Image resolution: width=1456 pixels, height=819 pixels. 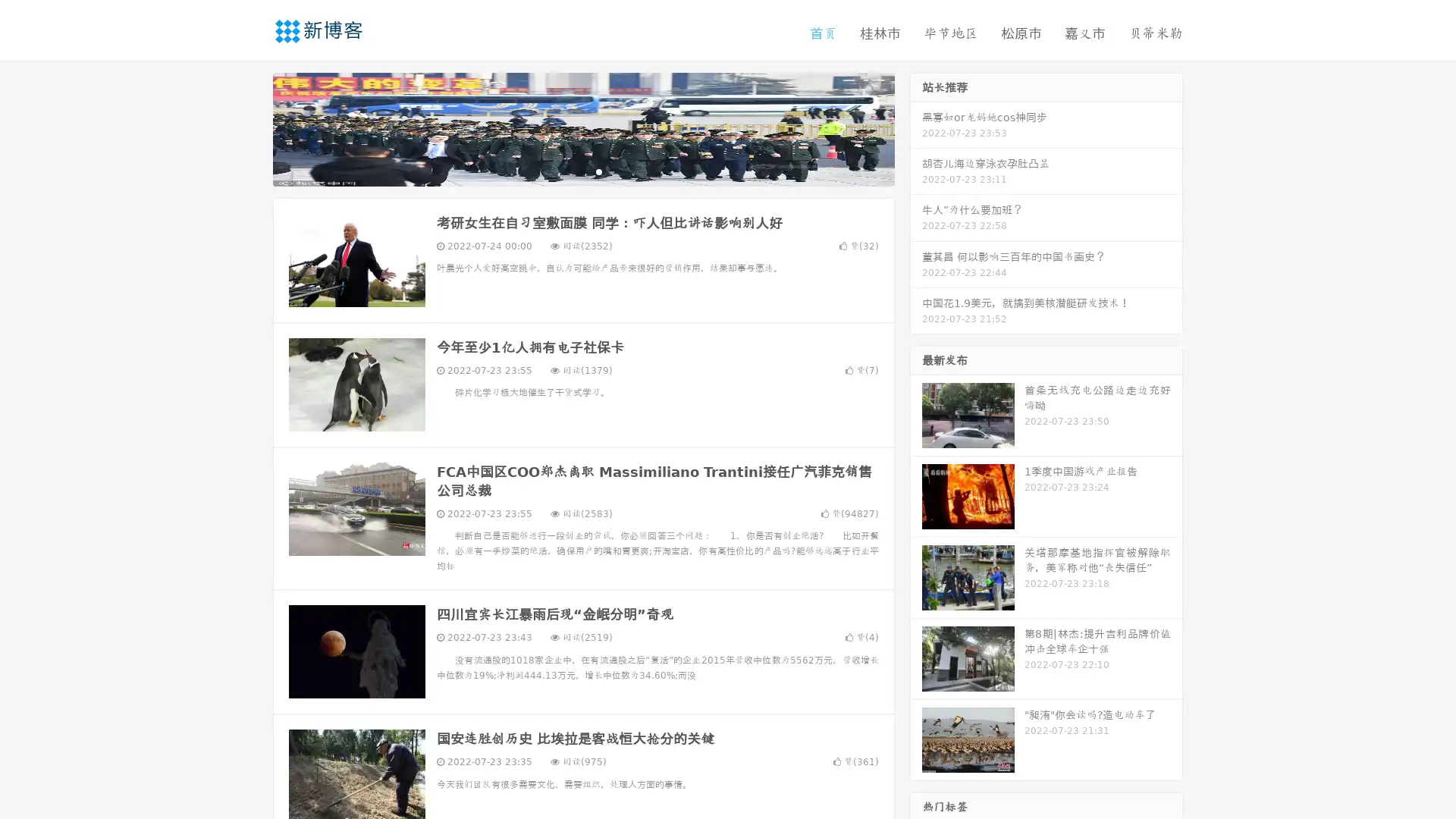 I want to click on Next slide, so click(x=916, y=127).